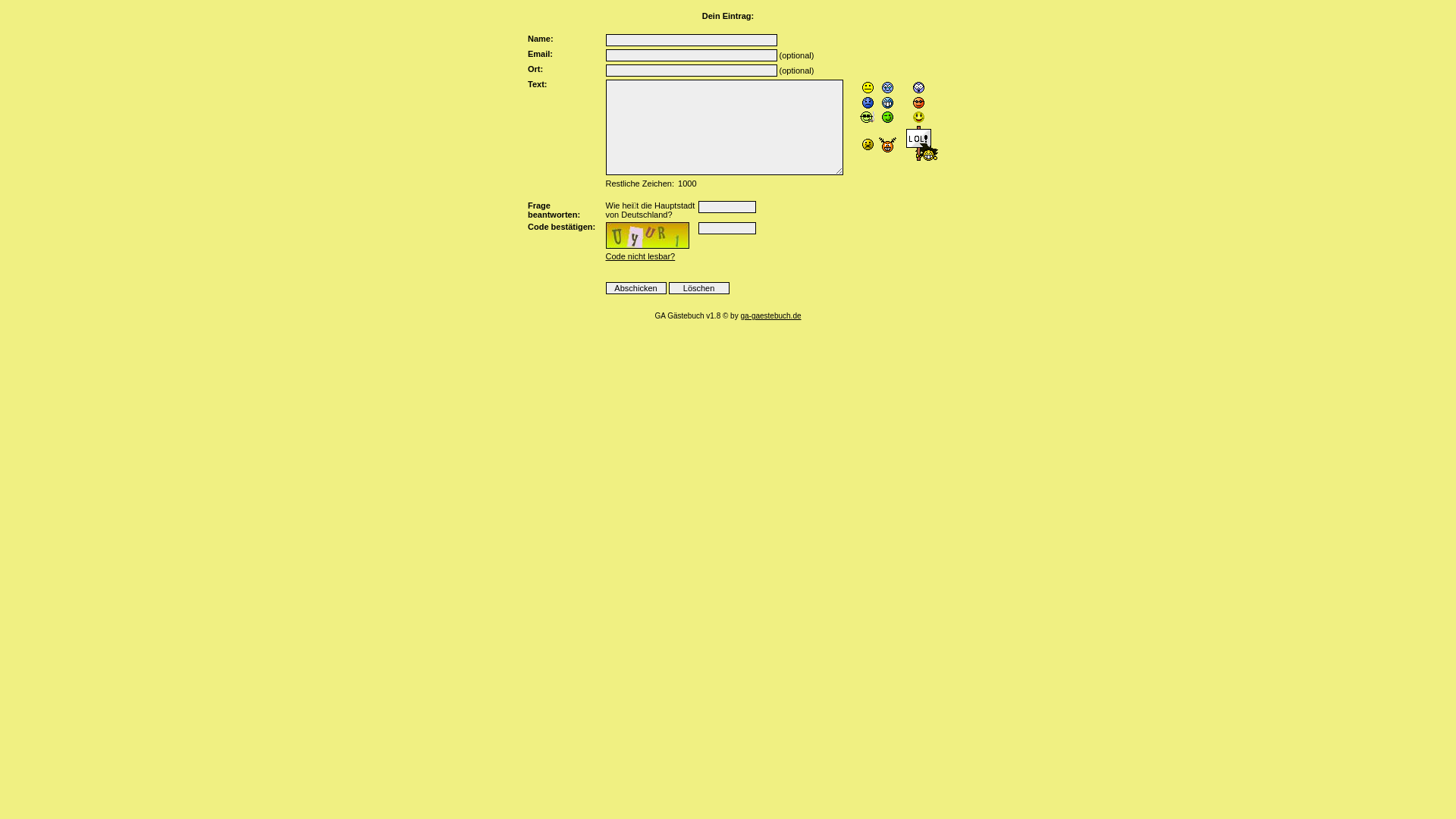 Image resolution: width=1456 pixels, height=819 pixels. What do you see at coordinates (878, 143) in the screenshot?
I see `'::('` at bounding box center [878, 143].